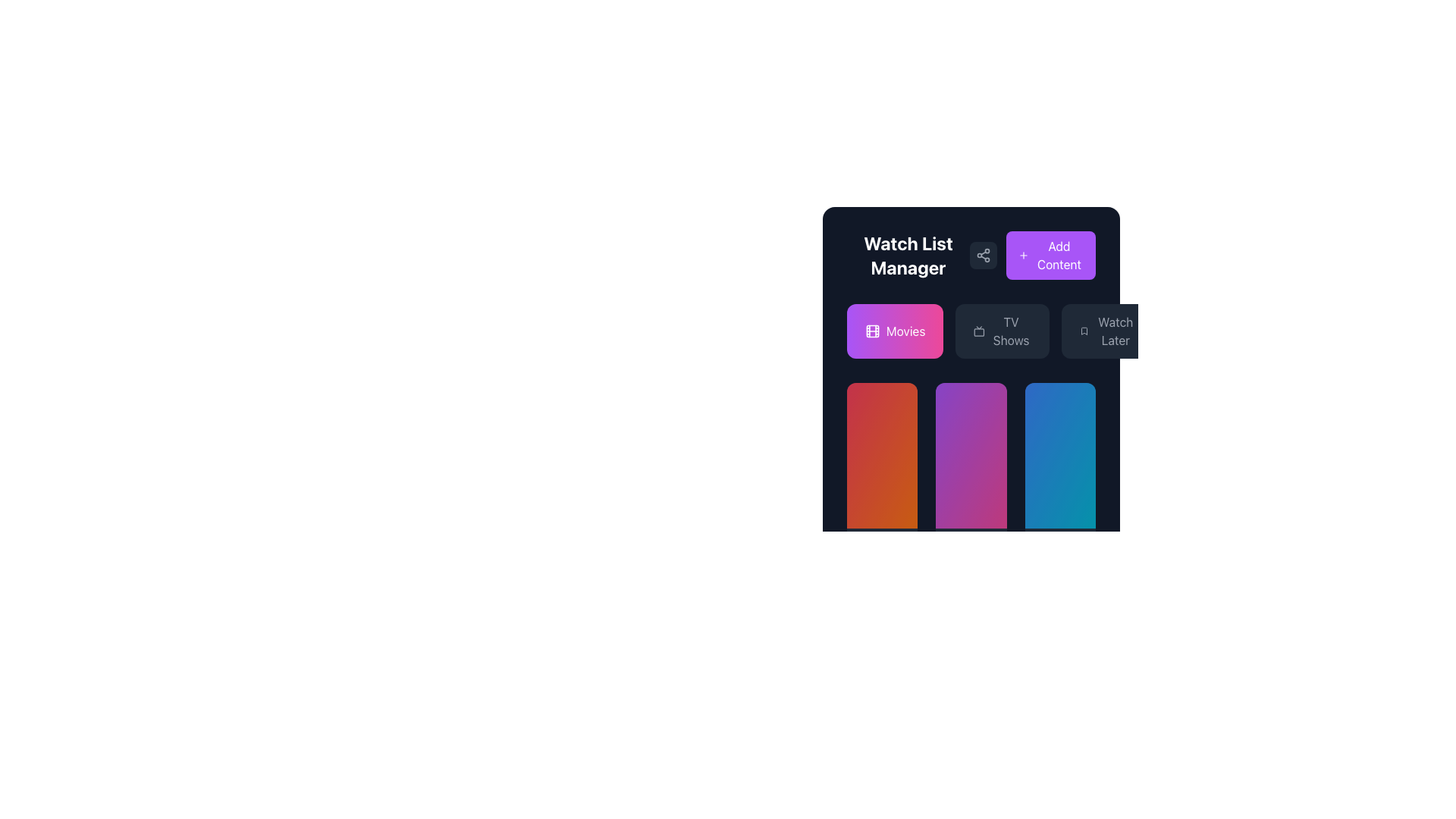 The height and width of the screenshot is (819, 1456). What do you see at coordinates (983, 254) in the screenshot?
I see `the share button located to the left of the 'Add Content' button in the toolbar under the 'Watch List Manager' heading` at bounding box center [983, 254].